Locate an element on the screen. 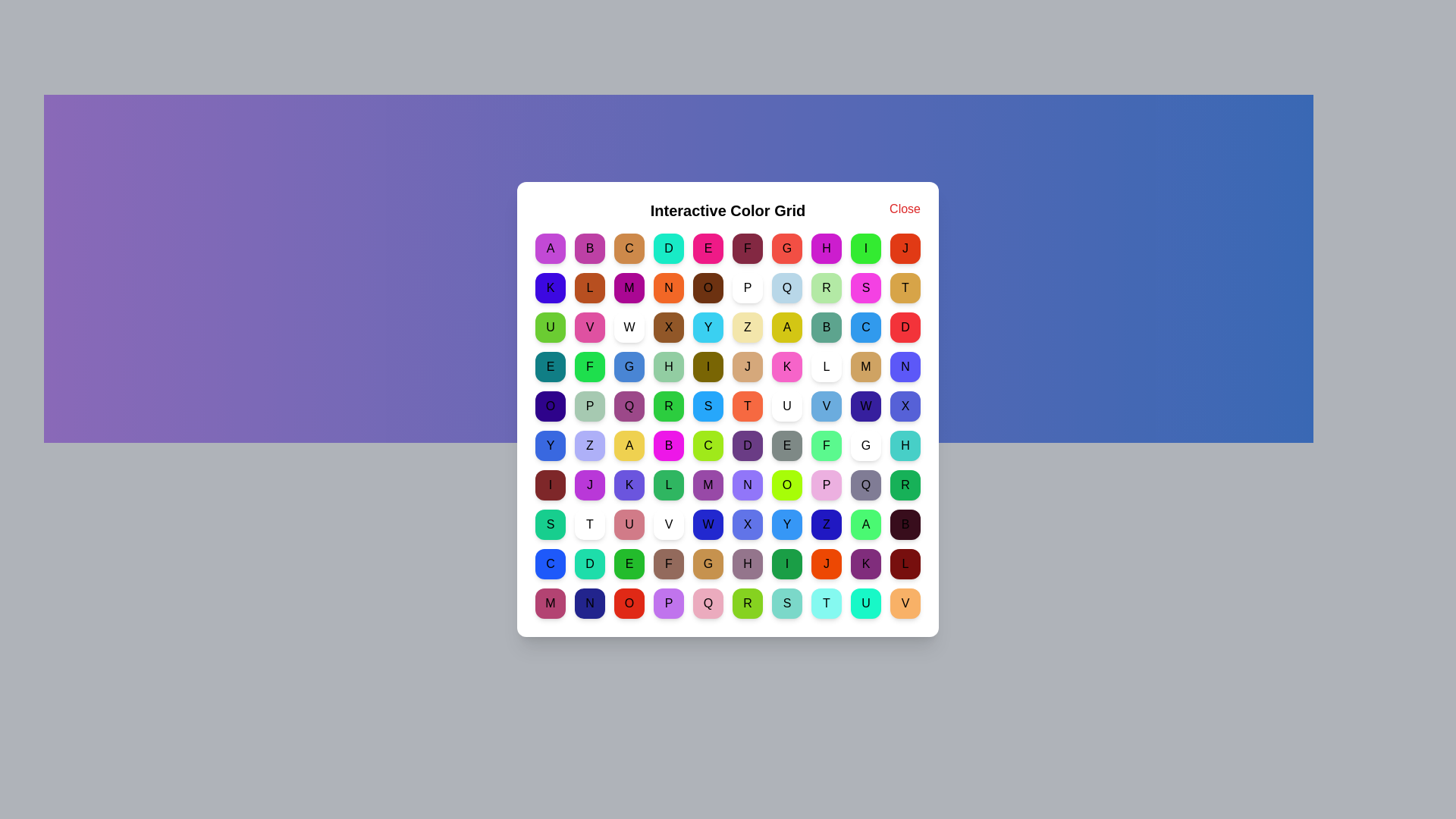 Image resolution: width=1456 pixels, height=819 pixels. the grid cell labeled C to view its color message is located at coordinates (629, 247).